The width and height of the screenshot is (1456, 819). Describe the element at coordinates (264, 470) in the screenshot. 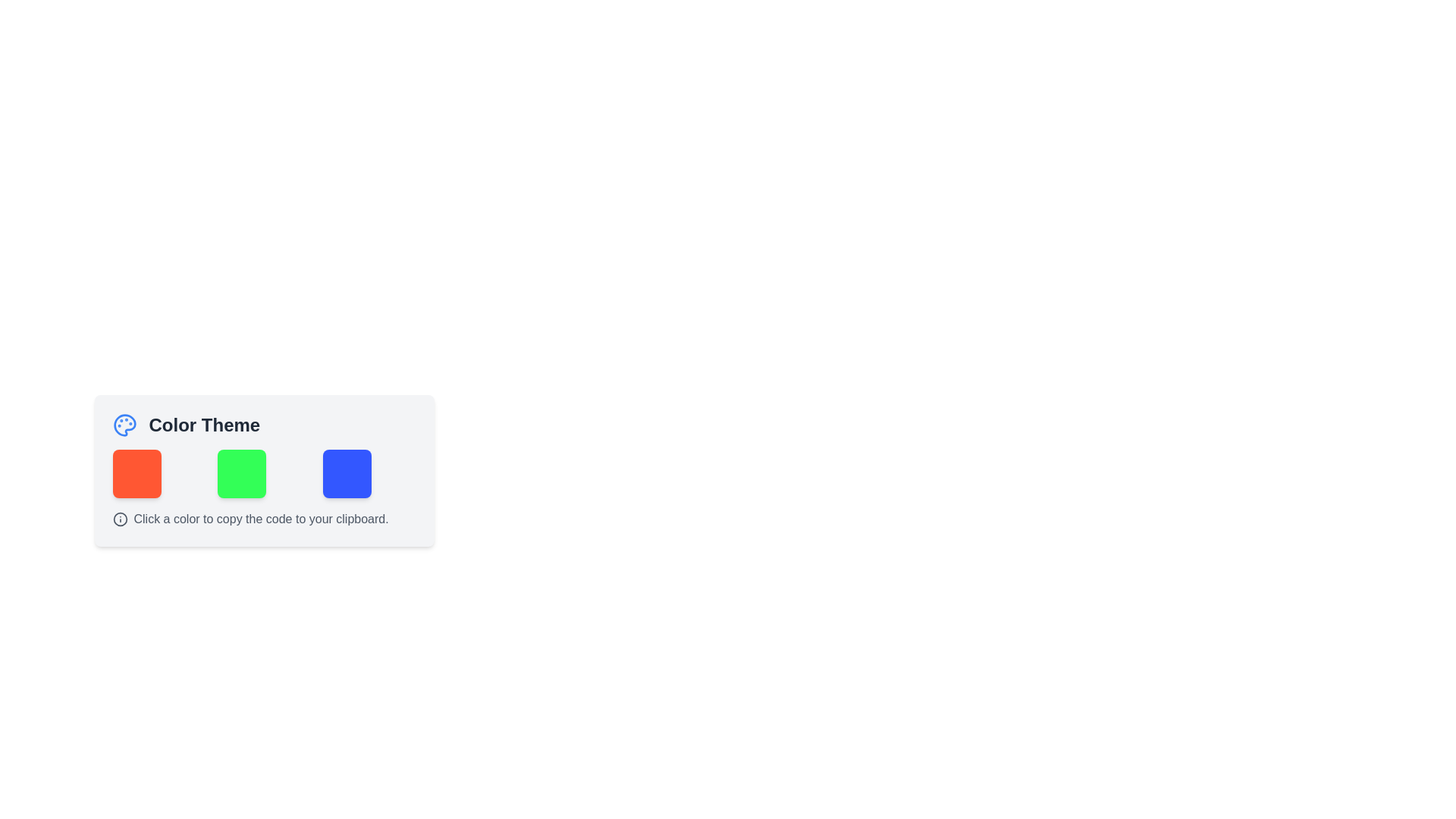

I see `the second square color swatch representing green in the 'Color Theme' section` at that location.